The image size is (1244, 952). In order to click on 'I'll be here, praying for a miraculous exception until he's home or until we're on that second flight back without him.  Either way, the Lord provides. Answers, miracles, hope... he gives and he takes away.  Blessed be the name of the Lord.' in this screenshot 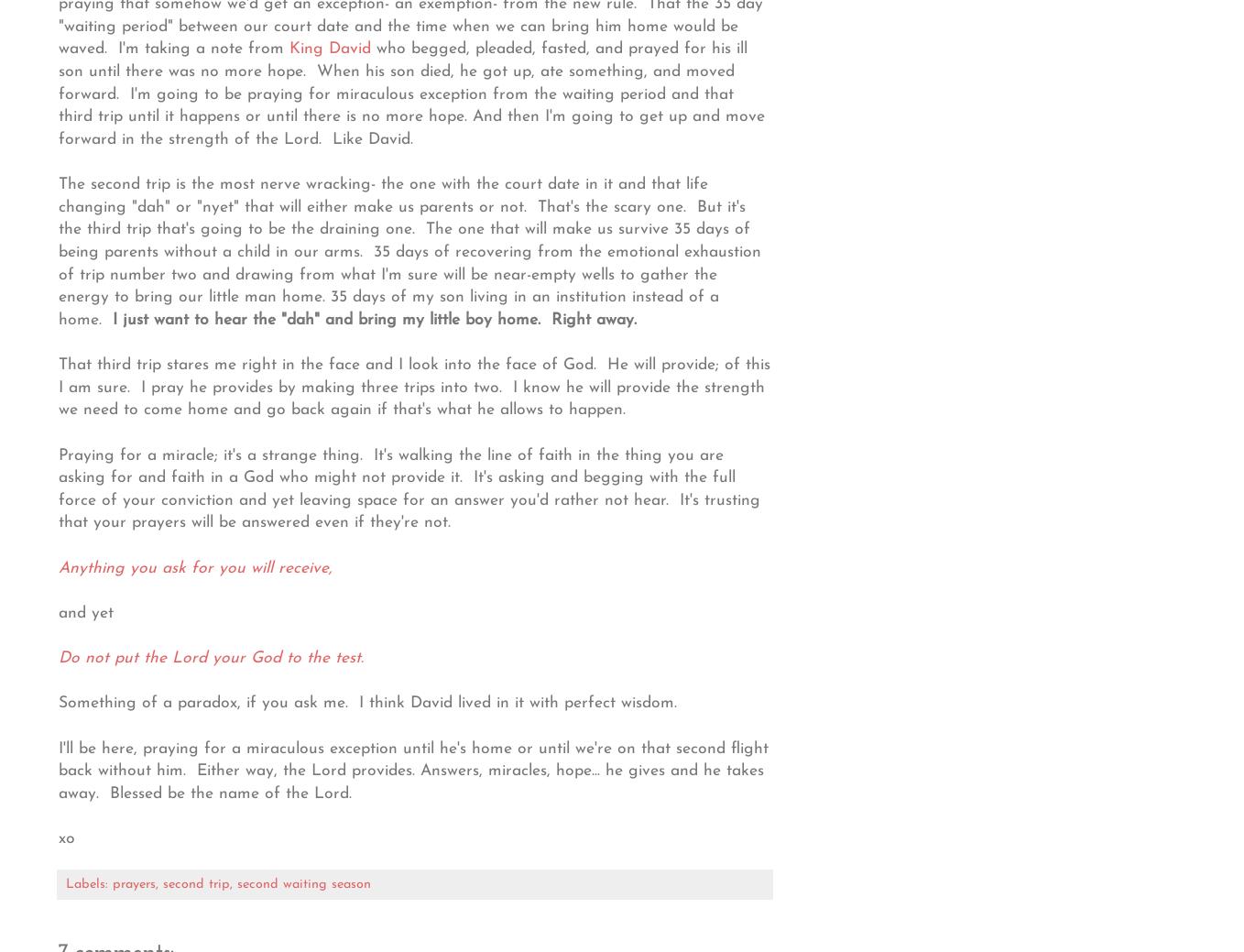, I will do `click(58, 769)`.